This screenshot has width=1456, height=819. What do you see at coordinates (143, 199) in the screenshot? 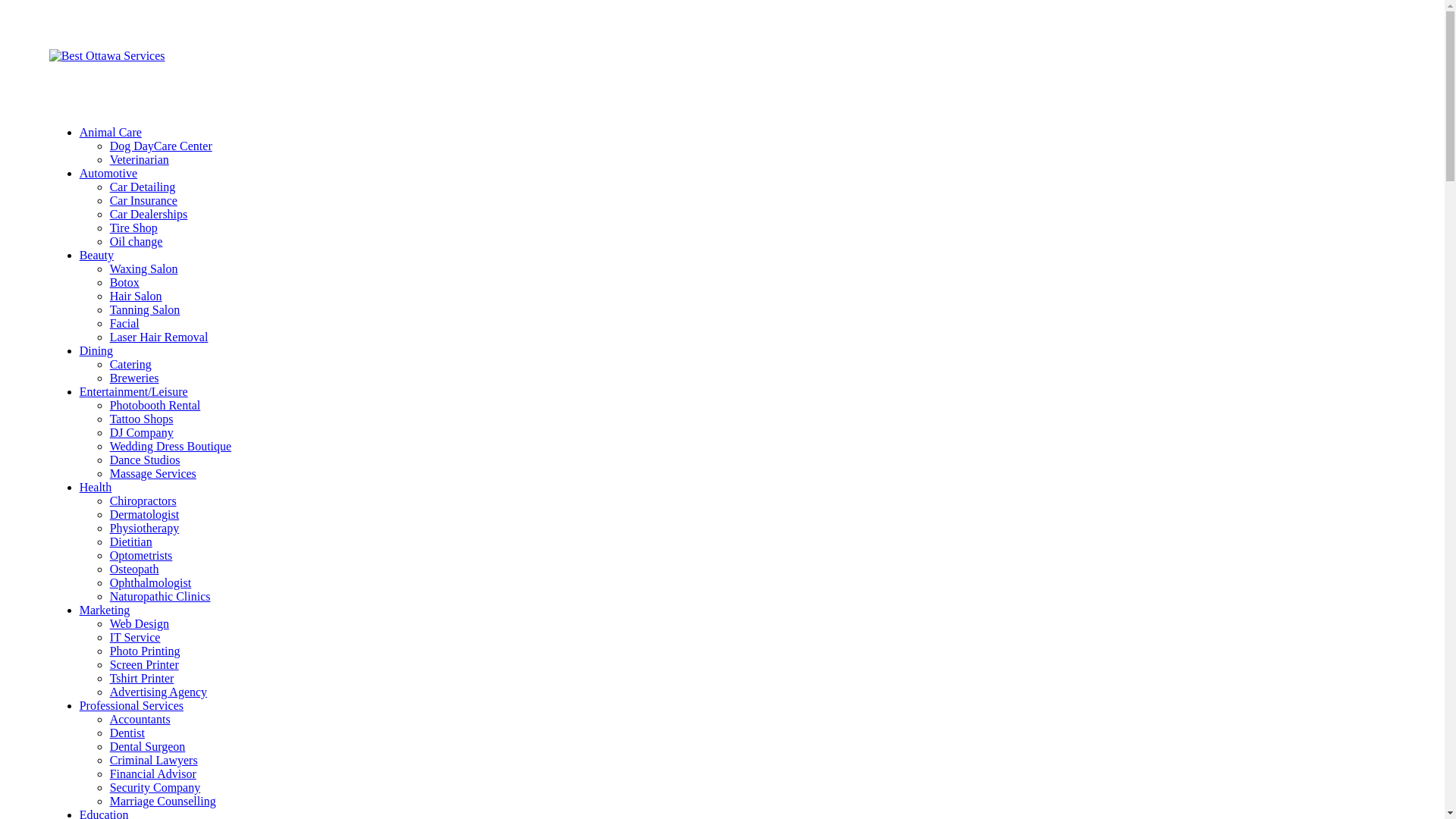
I see `'Car Insurance'` at bounding box center [143, 199].